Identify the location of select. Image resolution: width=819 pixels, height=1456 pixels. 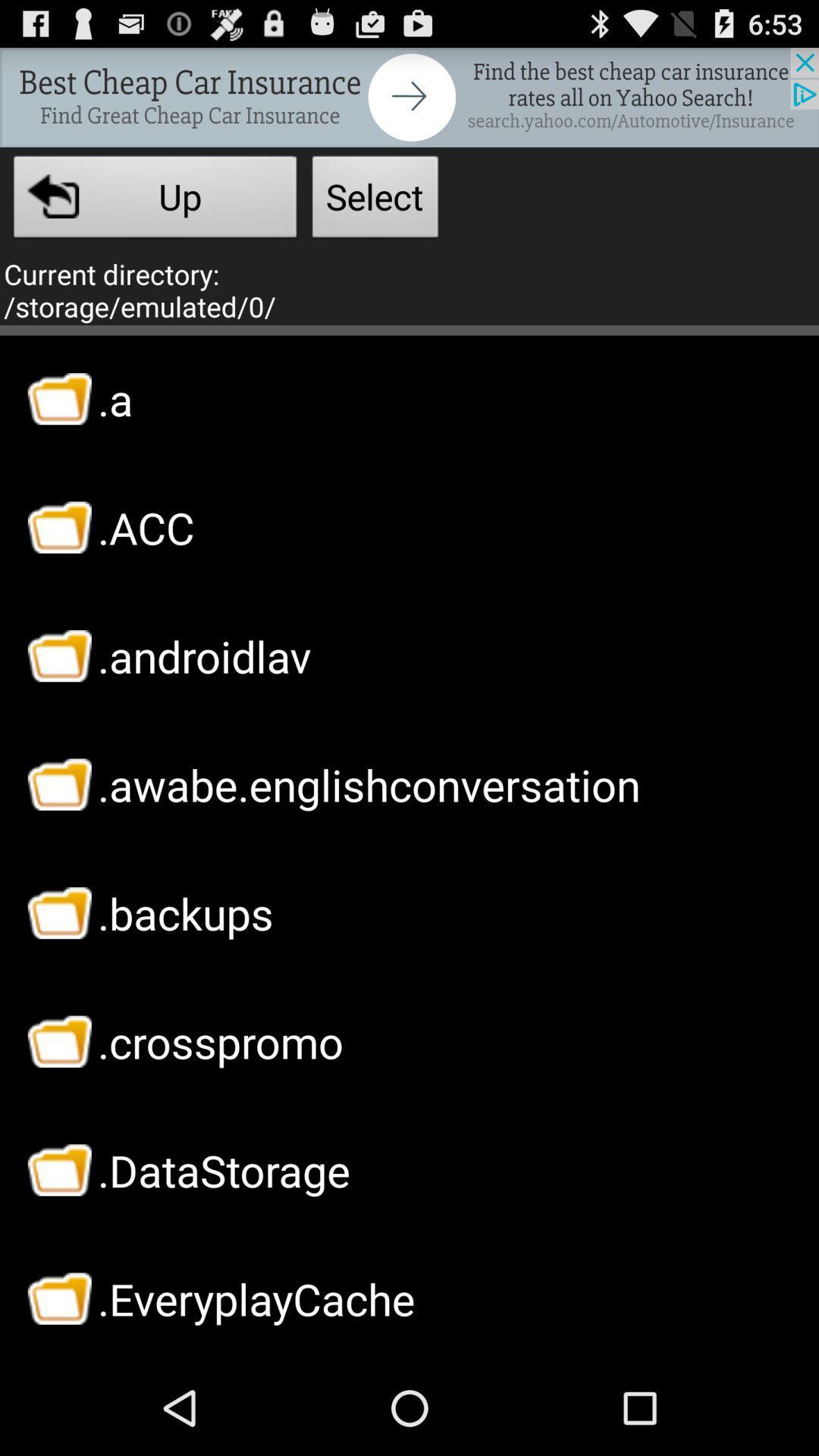
(375, 200).